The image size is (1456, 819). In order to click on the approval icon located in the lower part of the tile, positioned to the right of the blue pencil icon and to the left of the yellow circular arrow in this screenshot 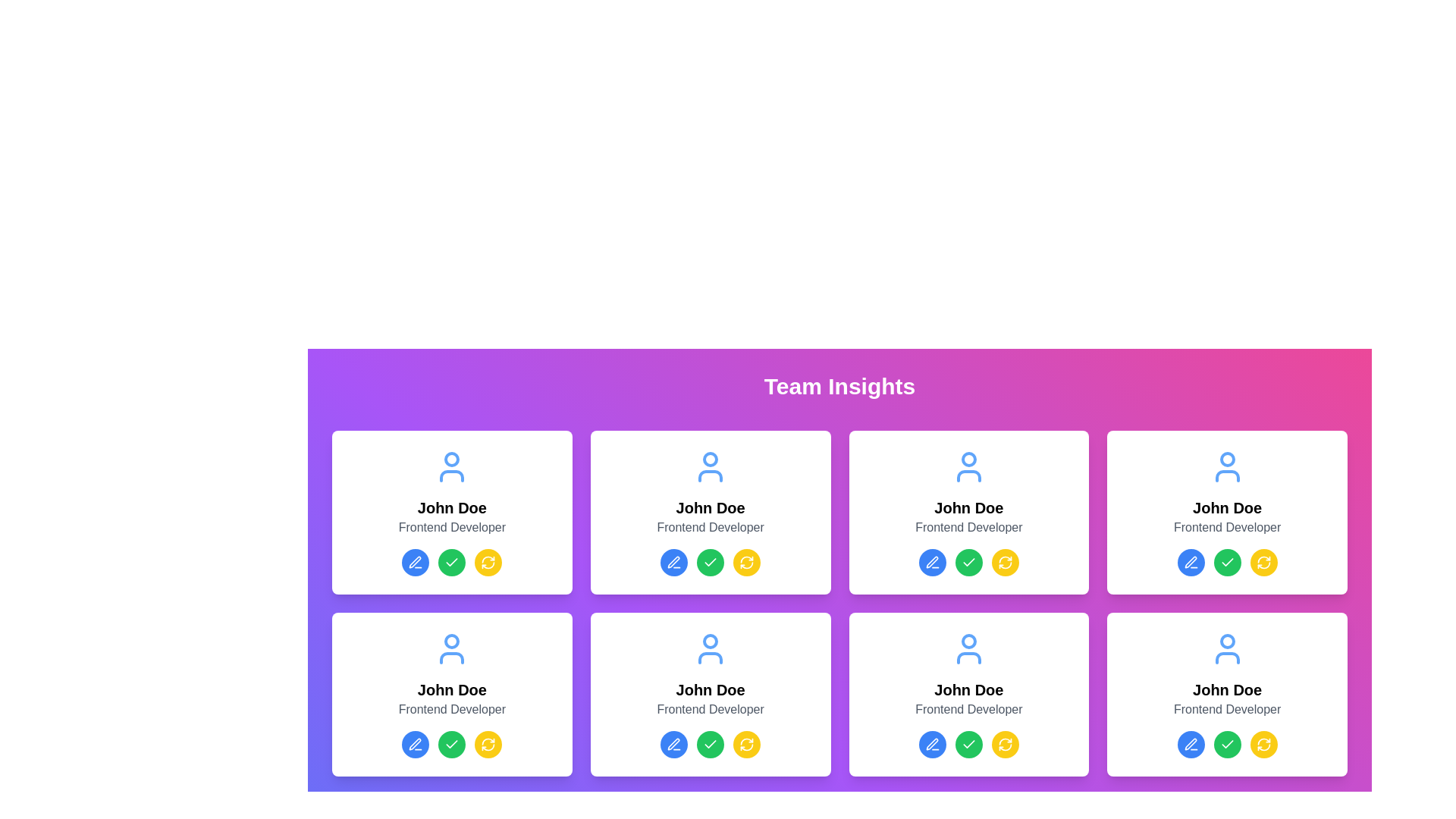, I will do `click(968, 743)`.